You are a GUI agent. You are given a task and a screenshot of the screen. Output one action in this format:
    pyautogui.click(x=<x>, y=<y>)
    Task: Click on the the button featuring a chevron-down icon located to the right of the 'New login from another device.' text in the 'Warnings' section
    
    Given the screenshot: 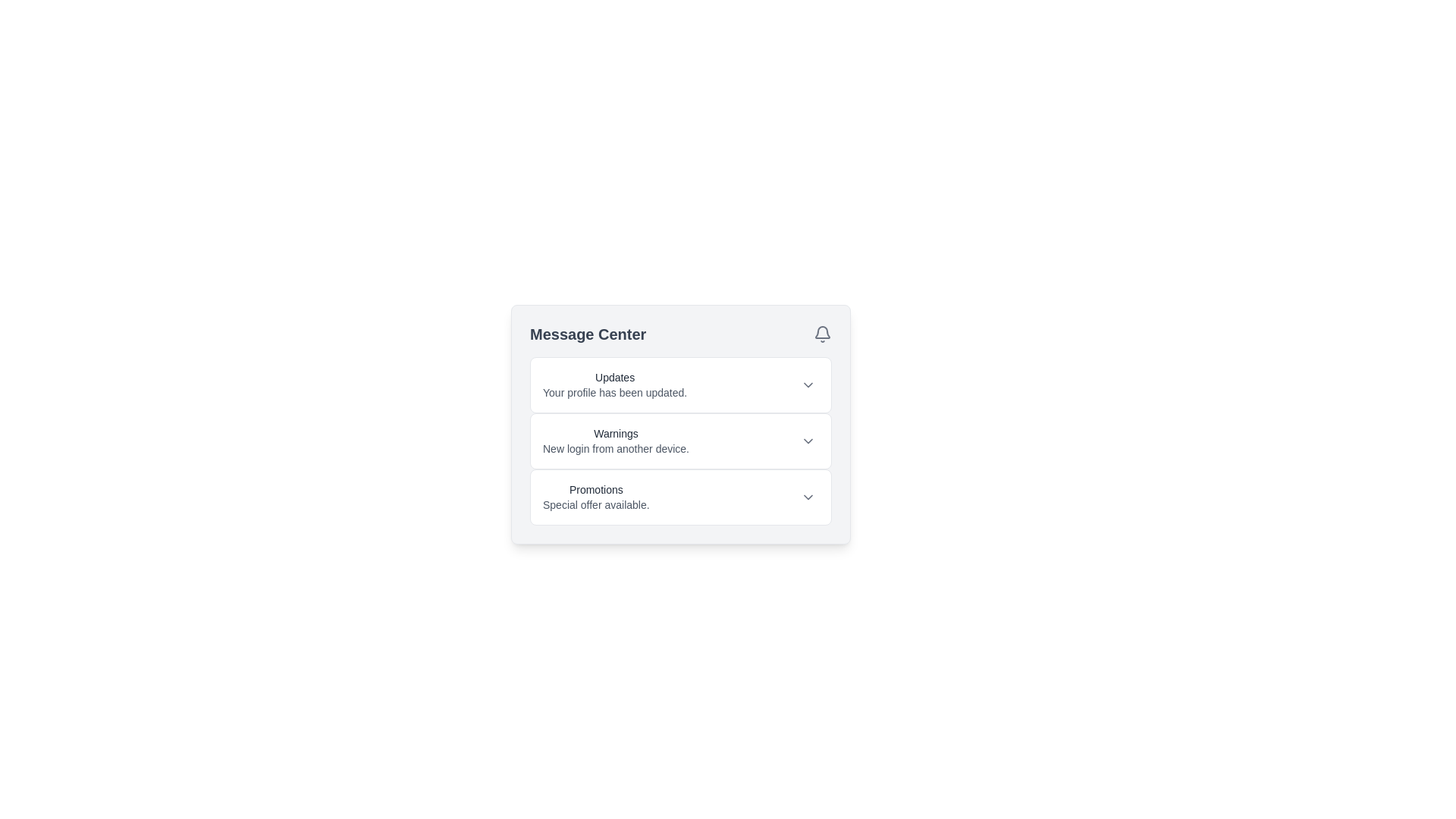 What is the action you would take?
    pyautogui.click(x=807, y=441)
    